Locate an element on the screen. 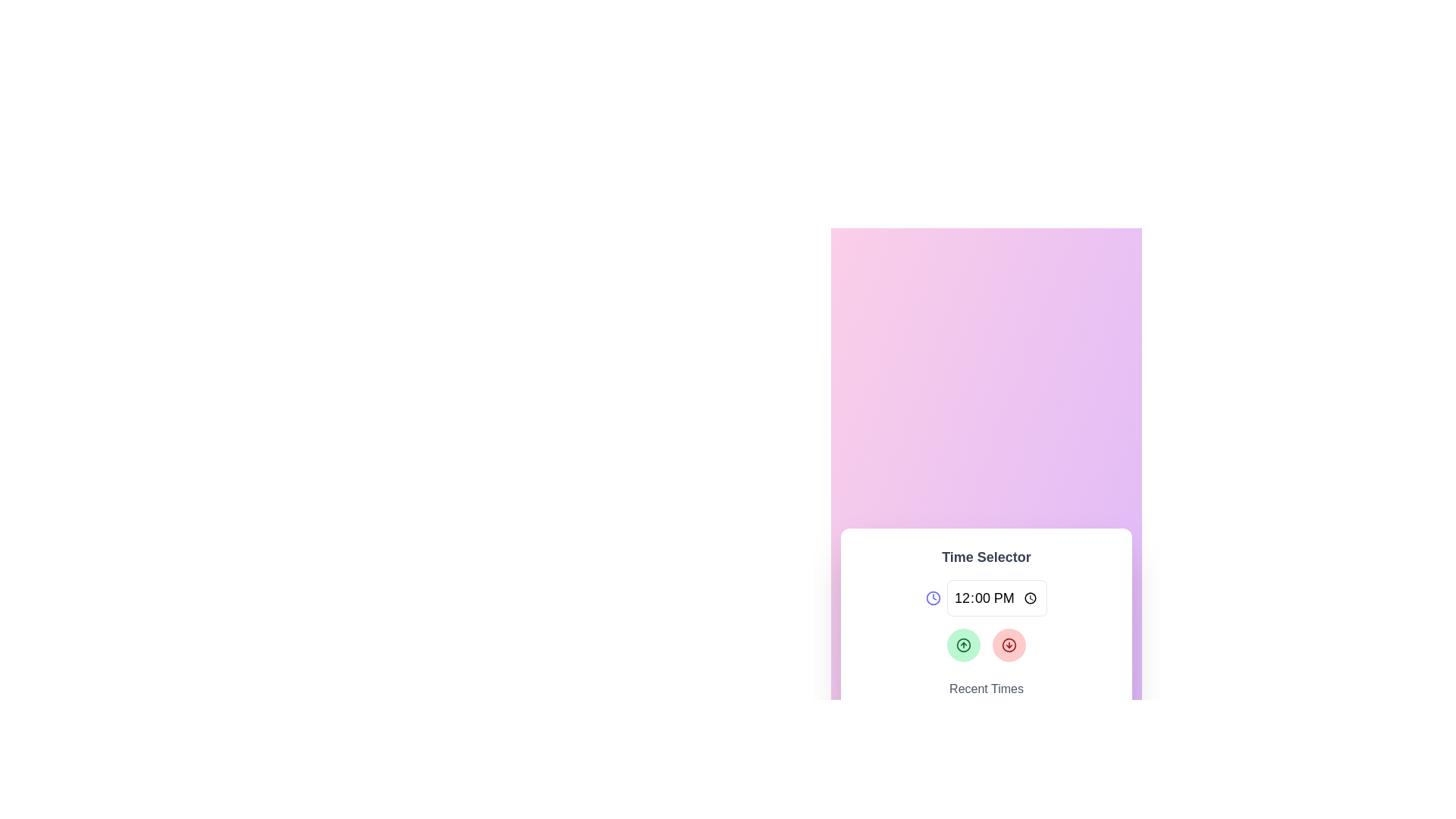  the green circular icon button with an upward arrow, positioned below the 'Time Selector' label and to the left of a red button with a downward arrow is located at coordinates (963, 645).